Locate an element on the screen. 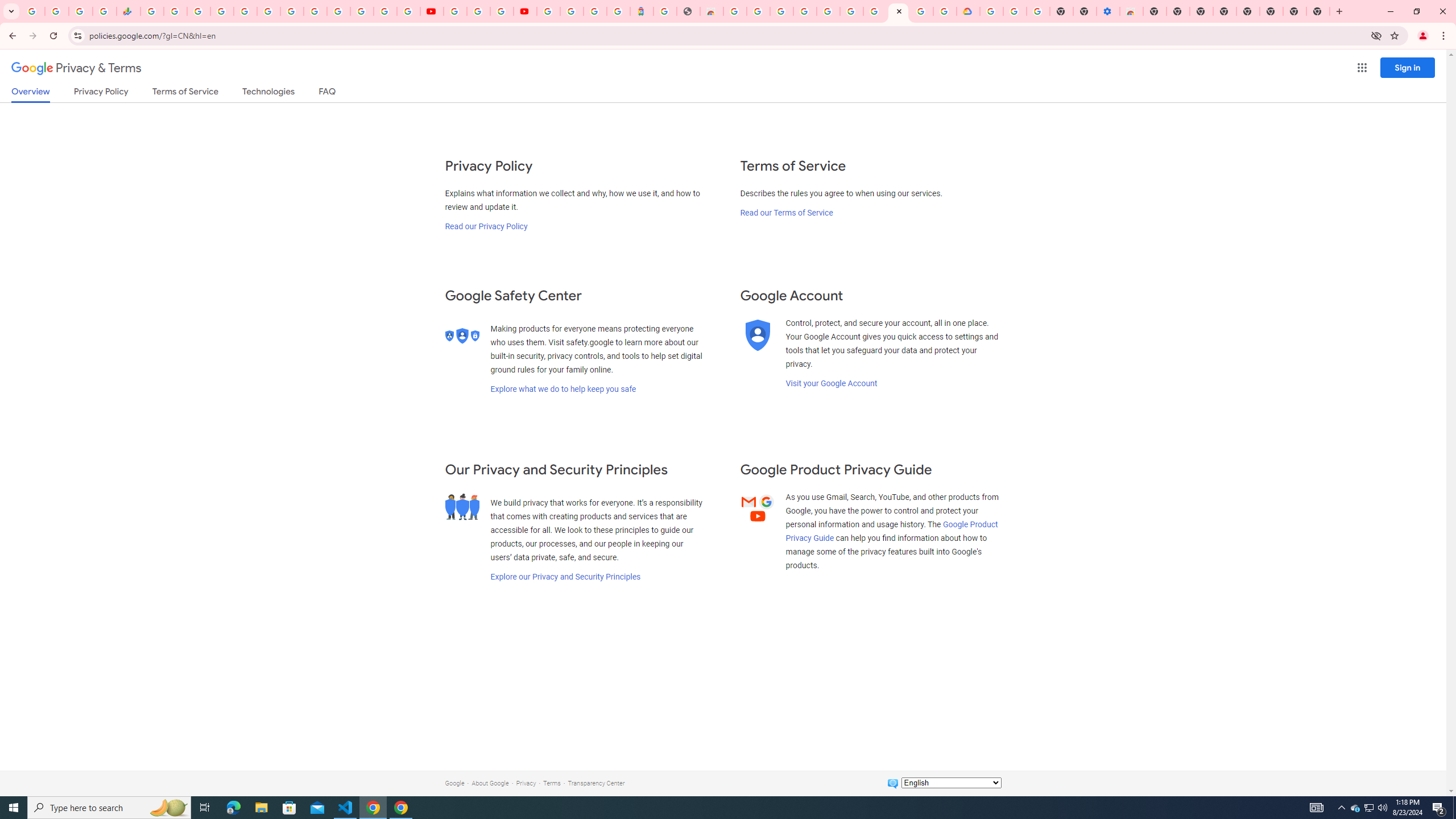  'Change language:' is located at coordinates (950, 781).